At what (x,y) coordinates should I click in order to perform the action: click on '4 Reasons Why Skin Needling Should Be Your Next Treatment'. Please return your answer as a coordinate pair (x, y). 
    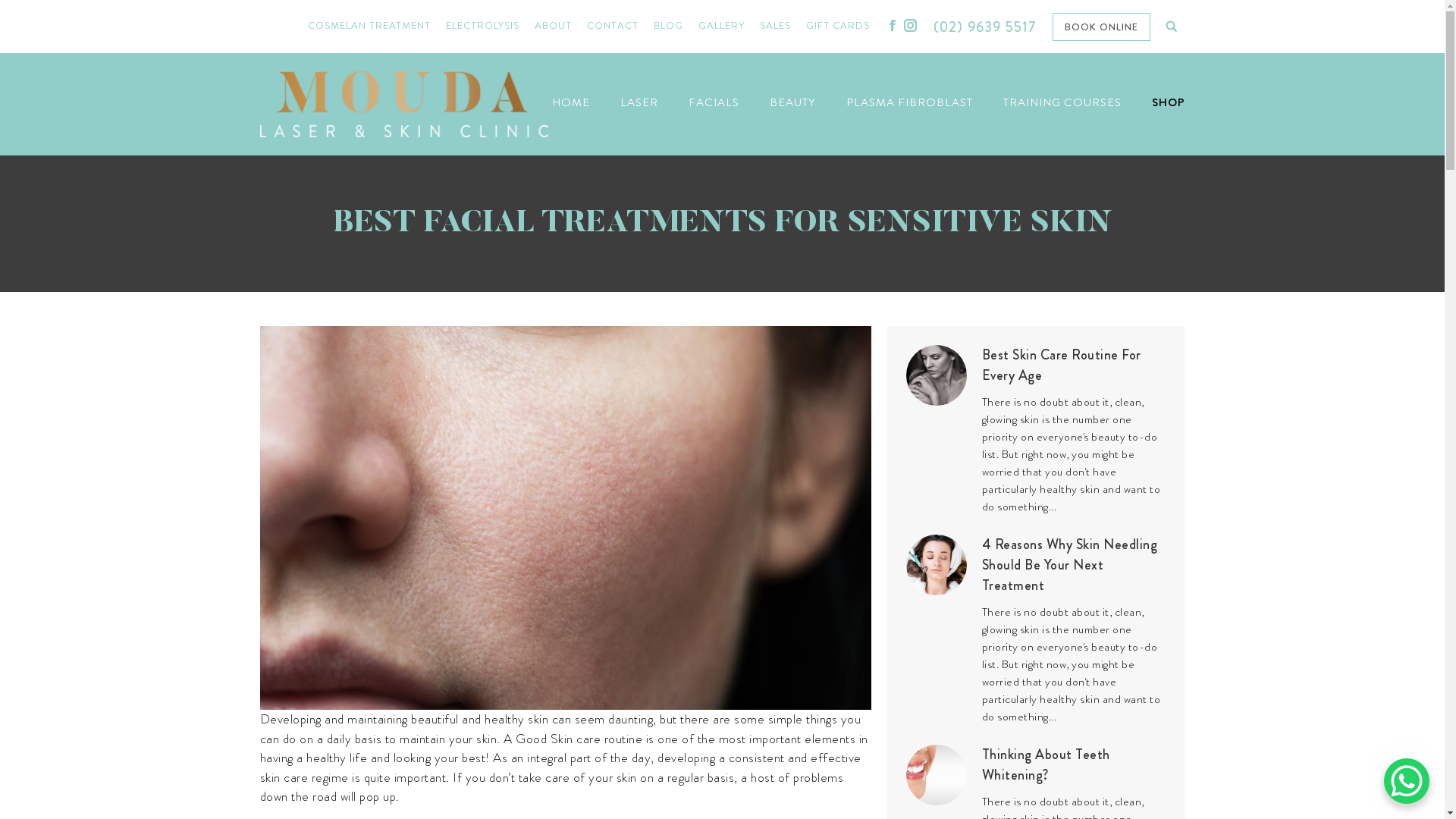
    Looking at the image, I should click on (1073, 565).